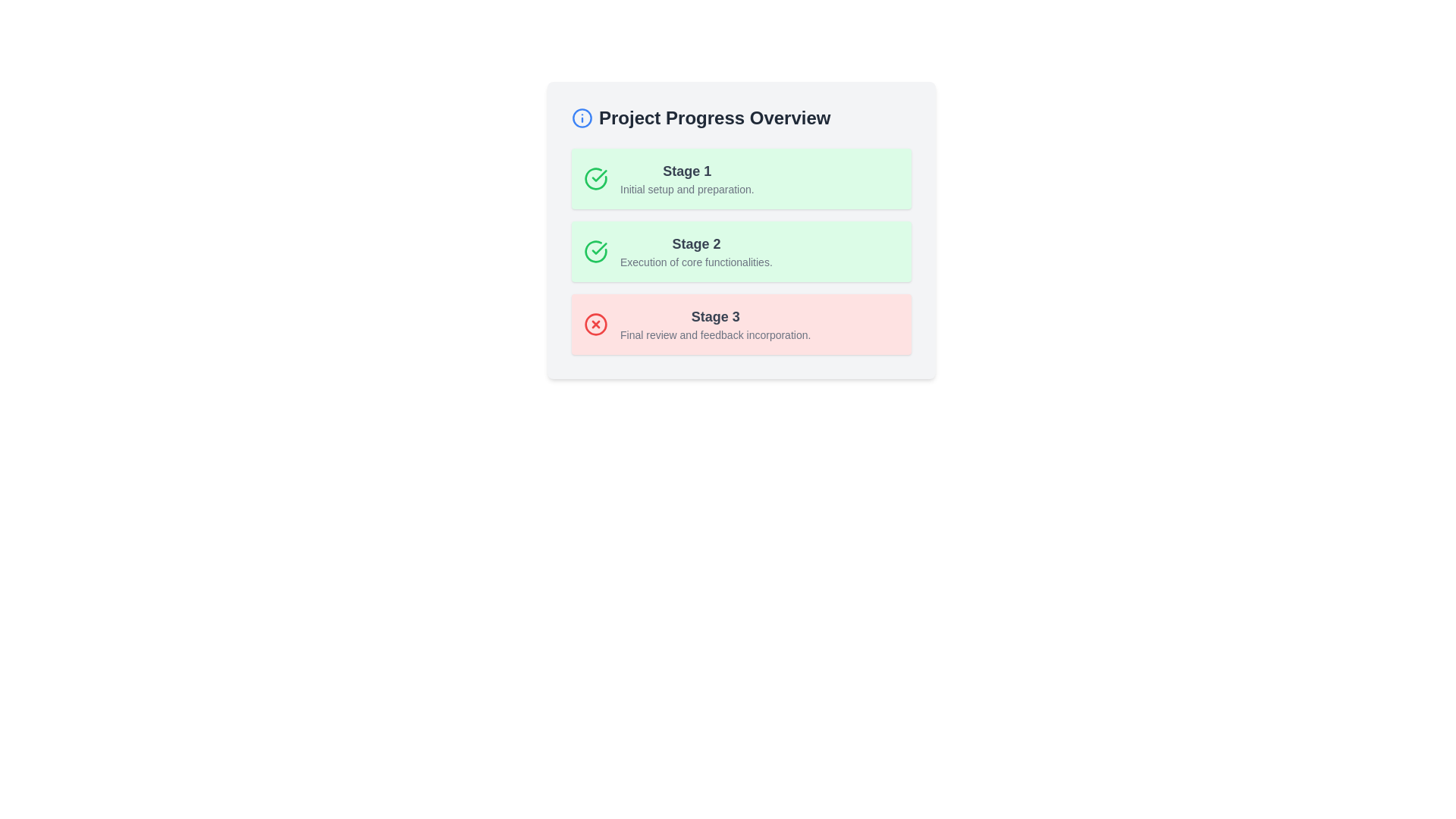 Image resolution: width=1456 pixels, height=819 pixels. What do you see at coordinates (582, 117) in the screenshot?
I see `the decorative element inside the blue circular icon preceding the heading titled 'Project Progress Overview'` at bounding box center [582, 117].